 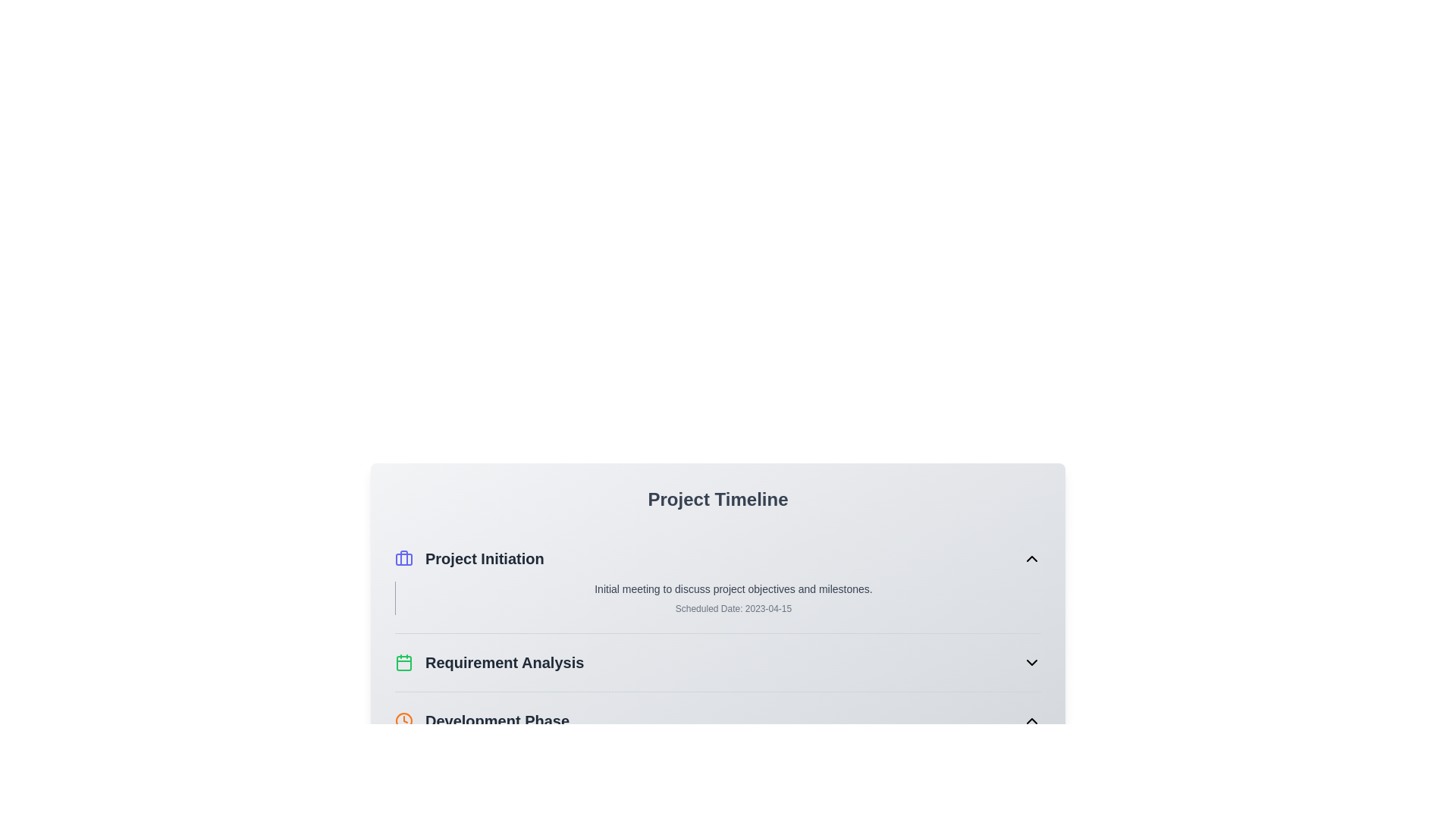 What do you see at coordinates (717, 720) in the screenshot?
I see `the Collapsible Header for the 'Development Phase'` at bounding box center [717, 720].